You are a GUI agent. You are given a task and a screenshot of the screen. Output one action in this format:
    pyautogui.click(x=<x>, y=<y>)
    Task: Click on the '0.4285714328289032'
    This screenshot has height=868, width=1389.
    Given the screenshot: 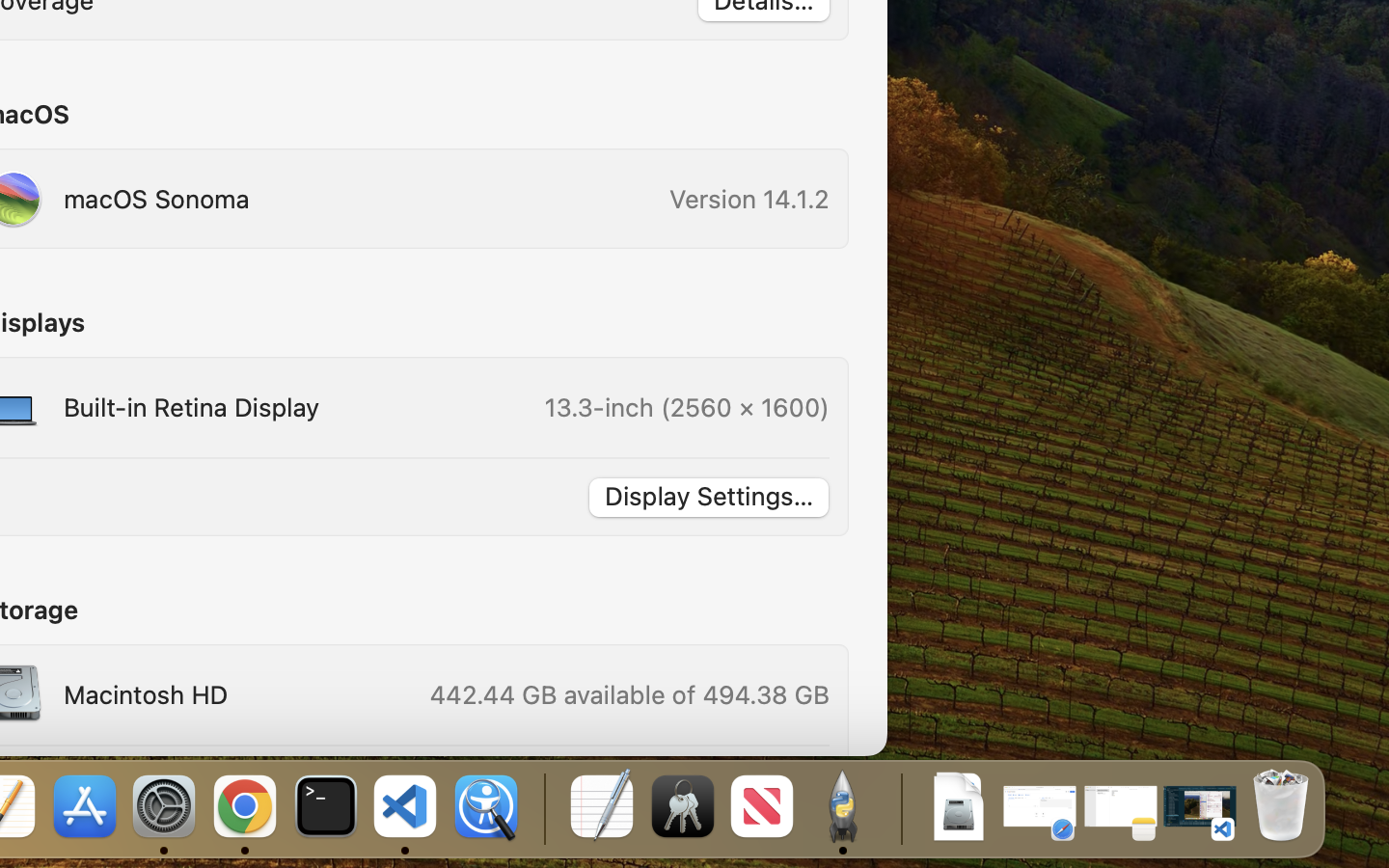 What is the action you would take?
    pyautogui.click(x=542, y=807)
    